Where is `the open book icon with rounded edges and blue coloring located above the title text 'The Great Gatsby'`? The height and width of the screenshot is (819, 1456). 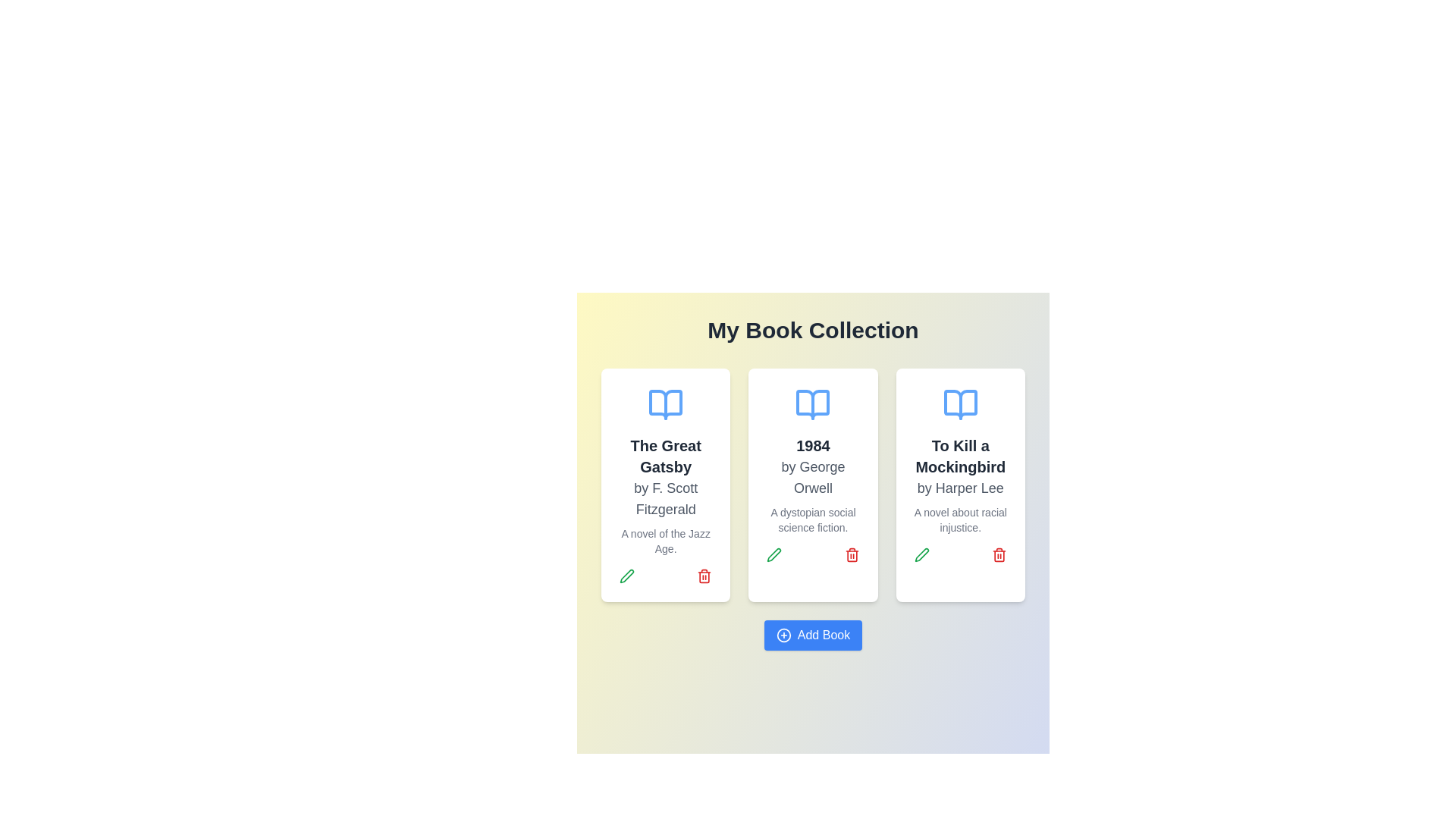
the open book icon with rounded edges and blue coloring located above the title text 'The Great Gatsby' is located at coordinates (666, 403).